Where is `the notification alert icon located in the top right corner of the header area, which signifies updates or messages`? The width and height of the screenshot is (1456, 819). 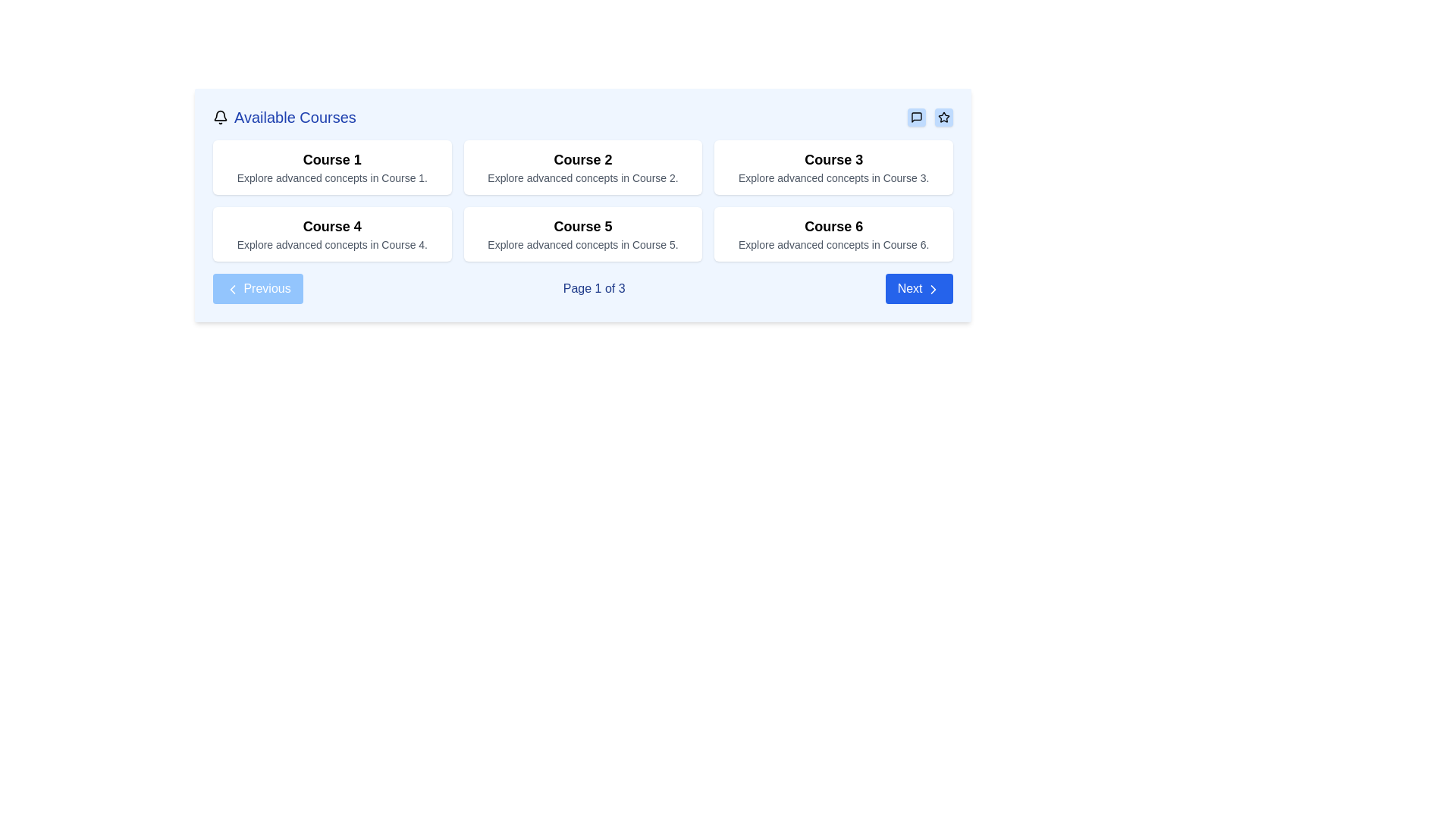 the notification alert icon located in the top right corner of the header area, which signifies updates or messages is located at coordinates (220, 115).